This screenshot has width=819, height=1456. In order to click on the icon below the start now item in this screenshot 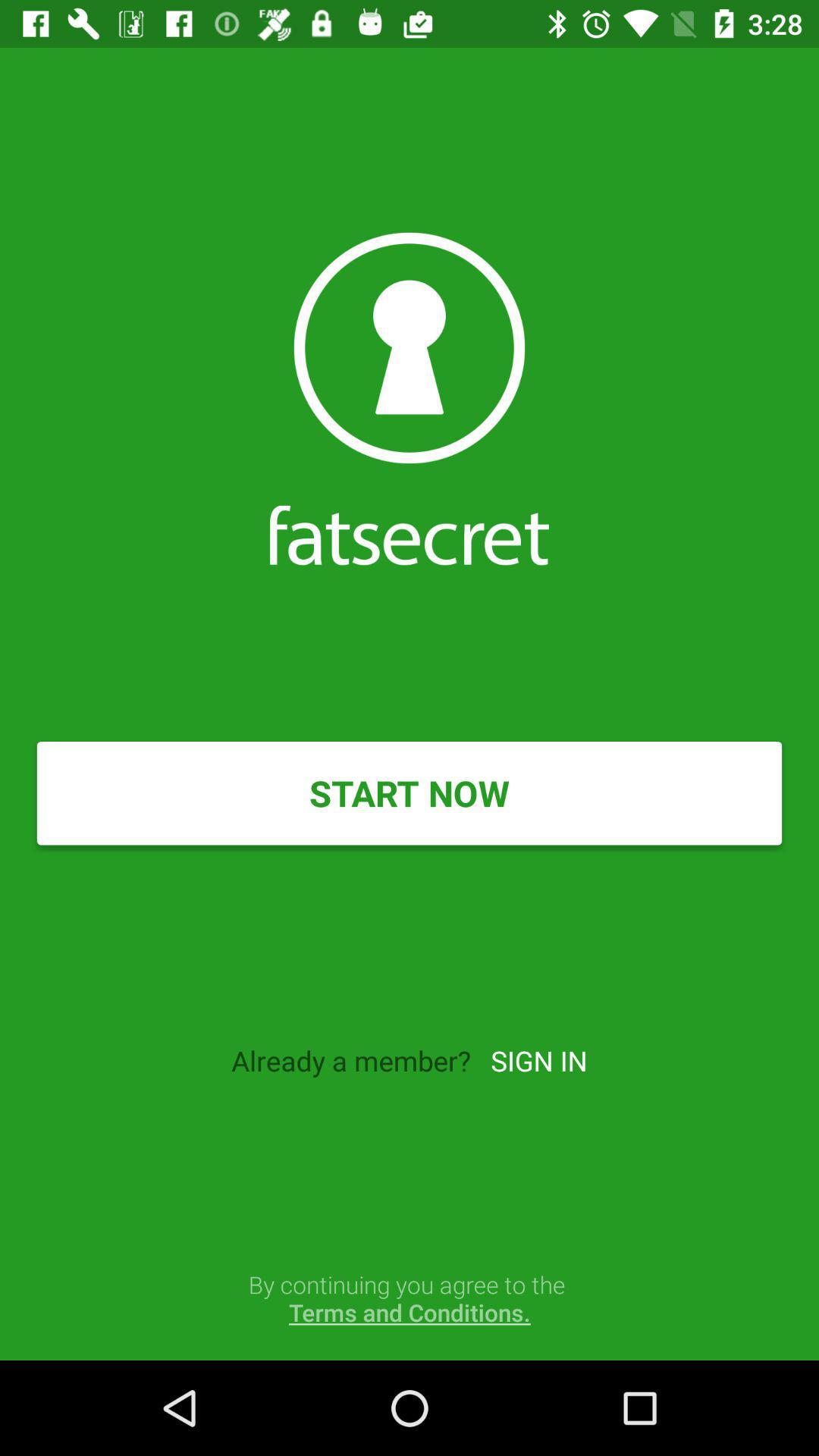, I will do `click(538, 1059)`.